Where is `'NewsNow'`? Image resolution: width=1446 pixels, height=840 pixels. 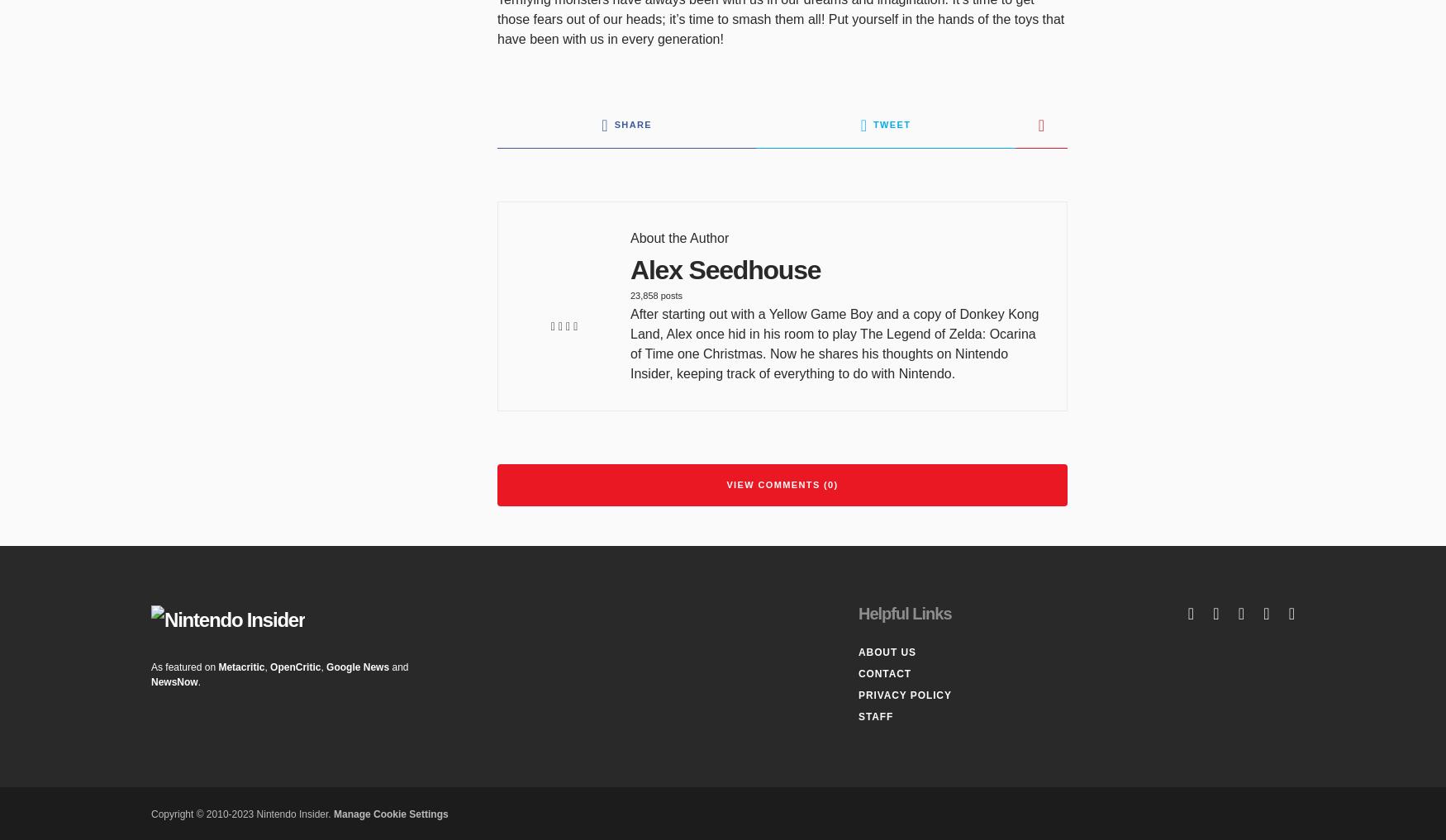 'NewsNow' is located at coordinates (174, 680).